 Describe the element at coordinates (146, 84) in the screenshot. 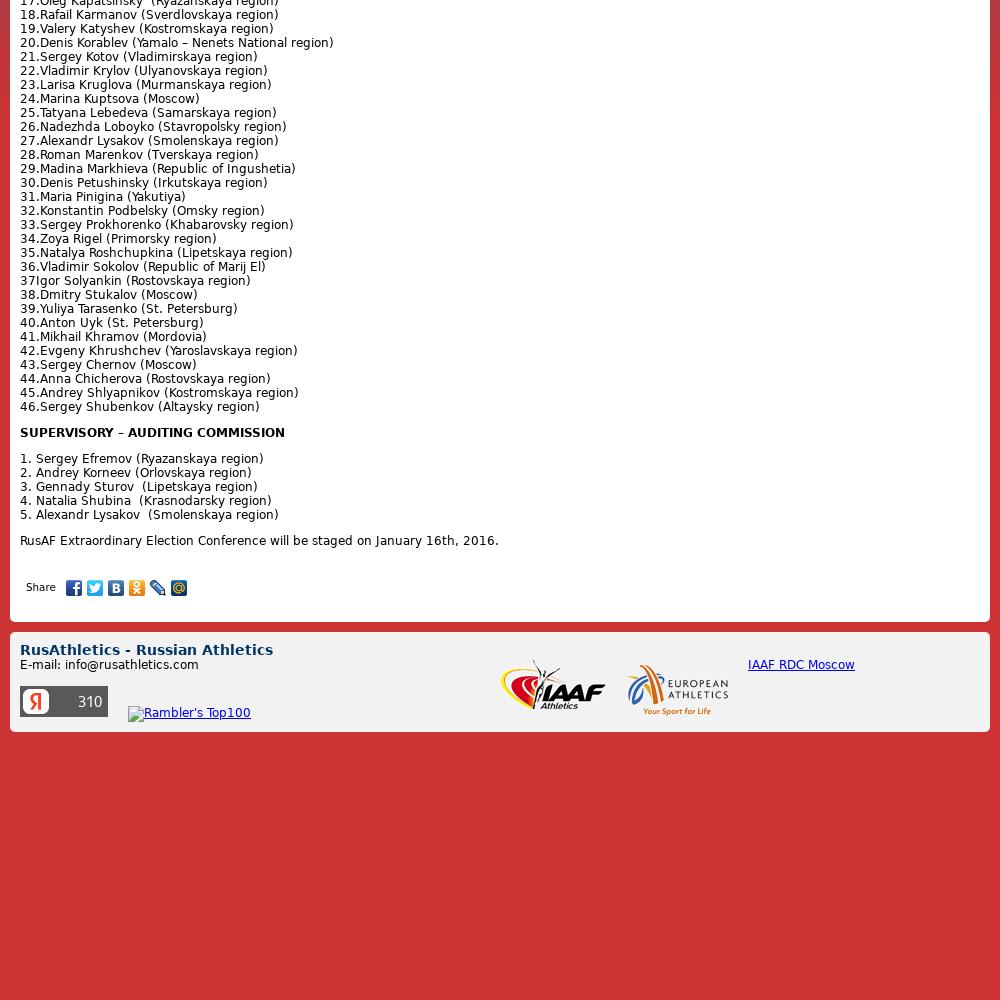

I see `'23.Larisa Kruglova (Murmanskaya region)'` at that location.